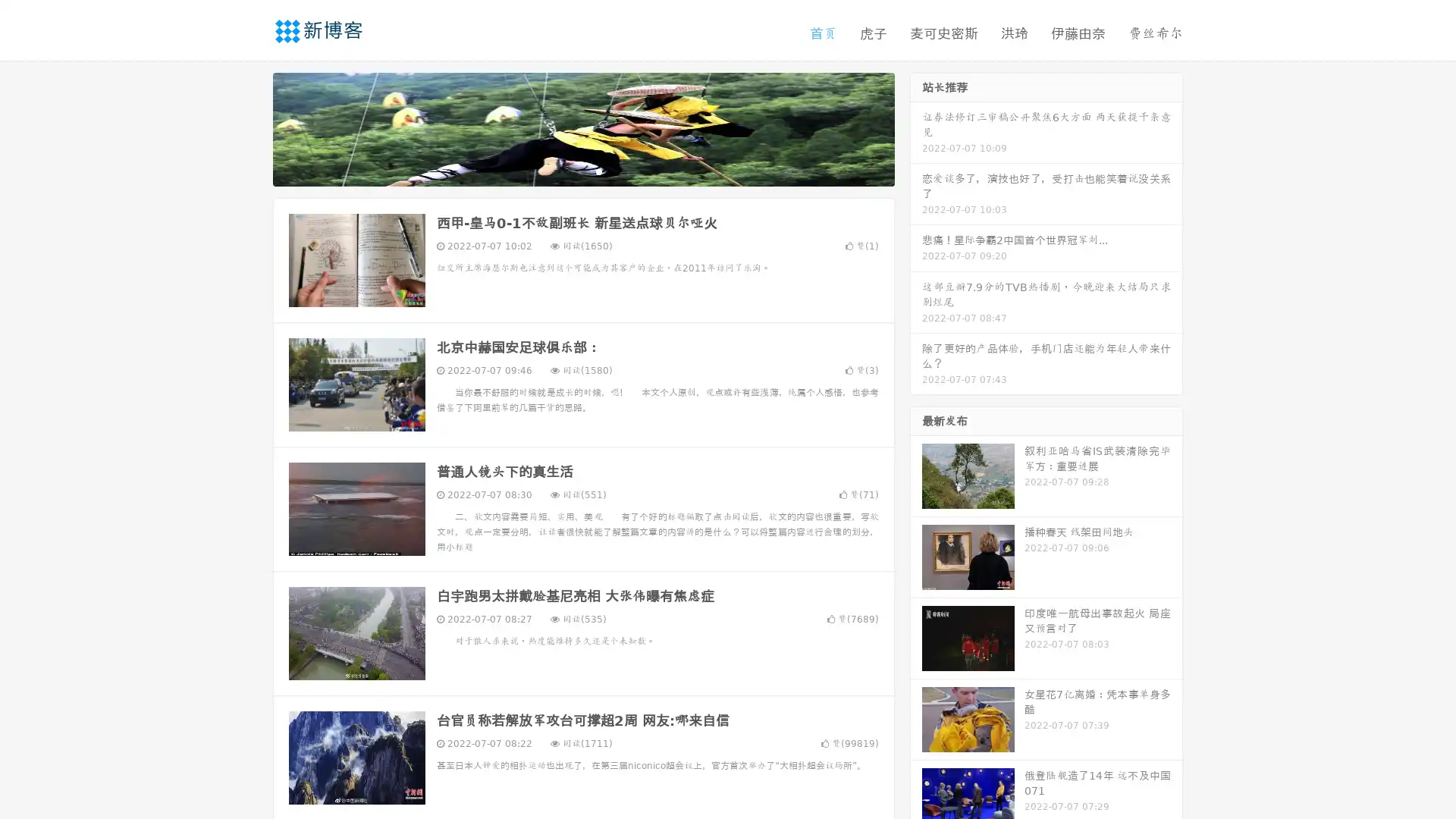 The width and height of the screenshot is (1456, 819). I want to click on Go to slide 1, so click(567, 171).